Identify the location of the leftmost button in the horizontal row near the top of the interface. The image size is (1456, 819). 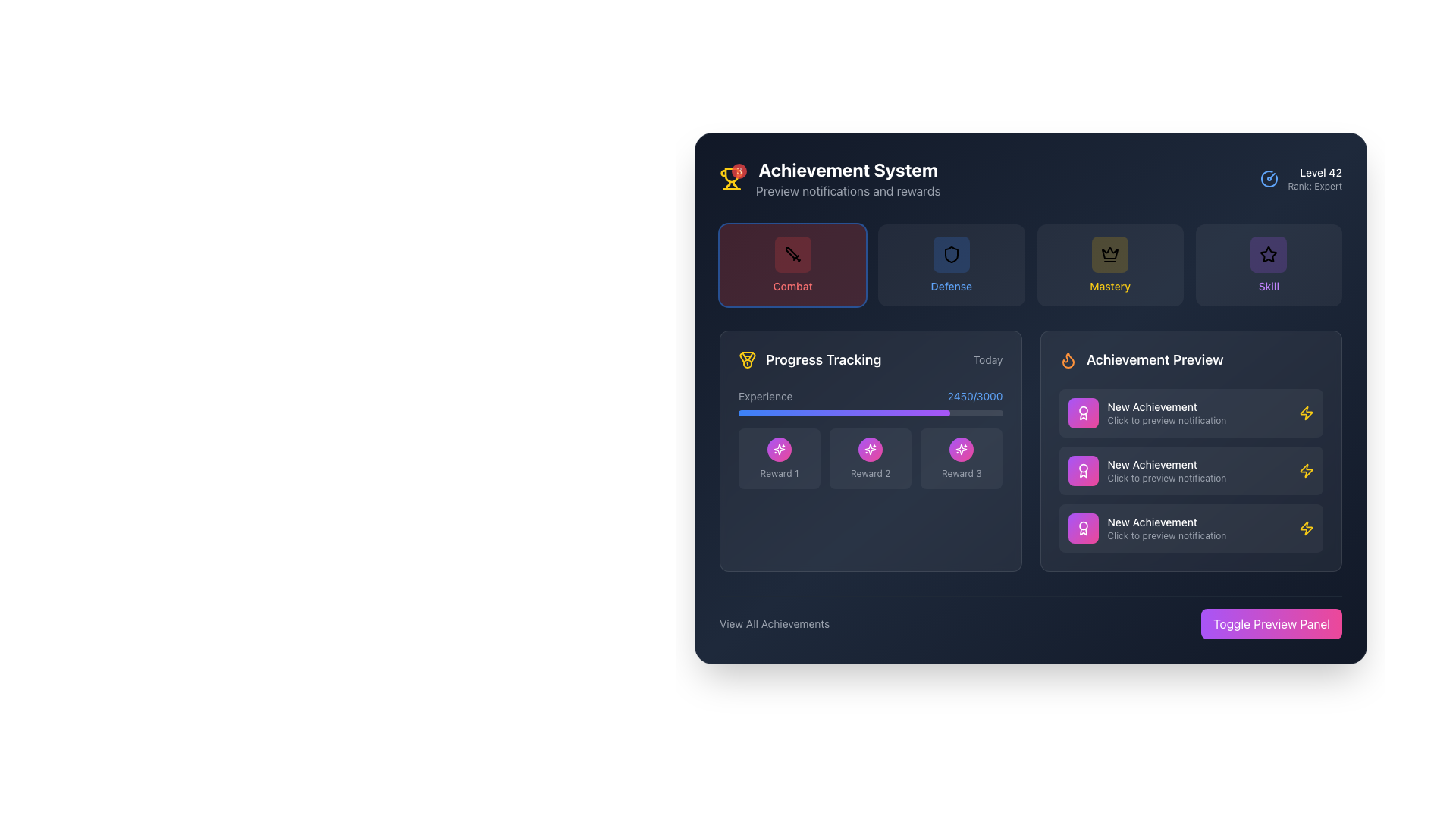
(792, 265).